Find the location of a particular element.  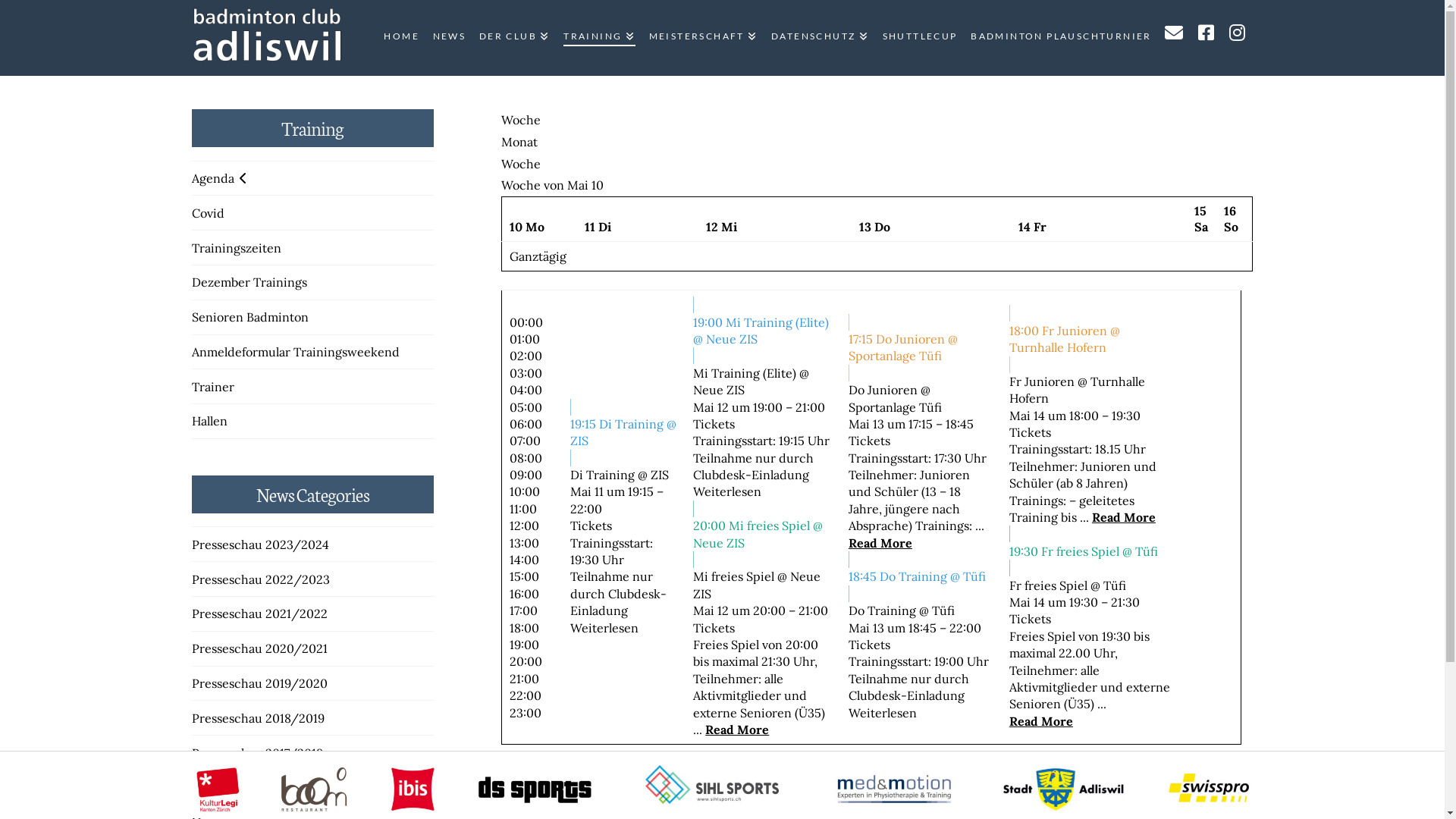

'Agenda' is located at coordinates (190, 177).